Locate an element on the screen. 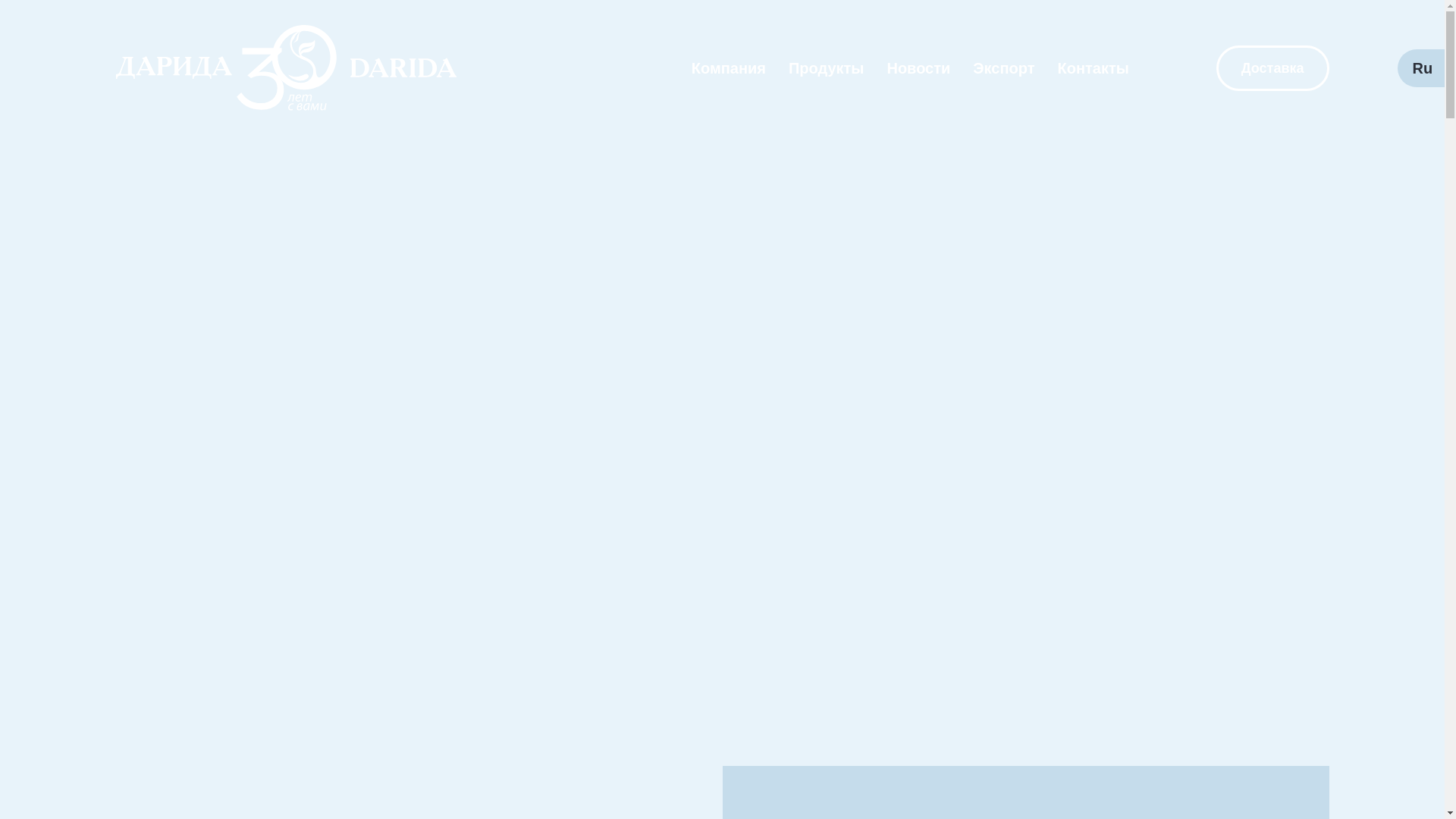  'Ru' is located at coordinates (1421, 67).